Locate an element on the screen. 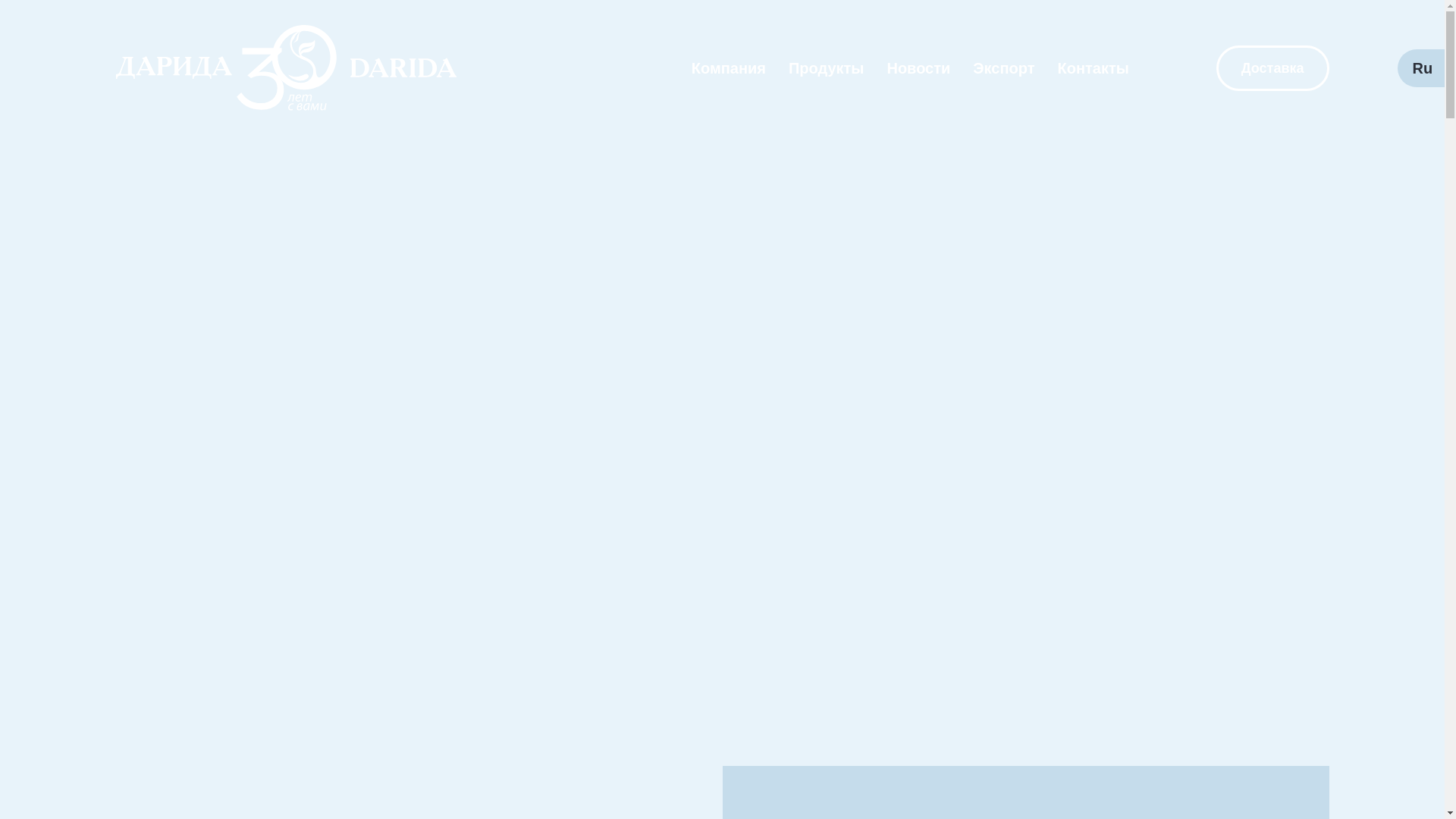  'Ru' is located at coordinates (1421, 67).